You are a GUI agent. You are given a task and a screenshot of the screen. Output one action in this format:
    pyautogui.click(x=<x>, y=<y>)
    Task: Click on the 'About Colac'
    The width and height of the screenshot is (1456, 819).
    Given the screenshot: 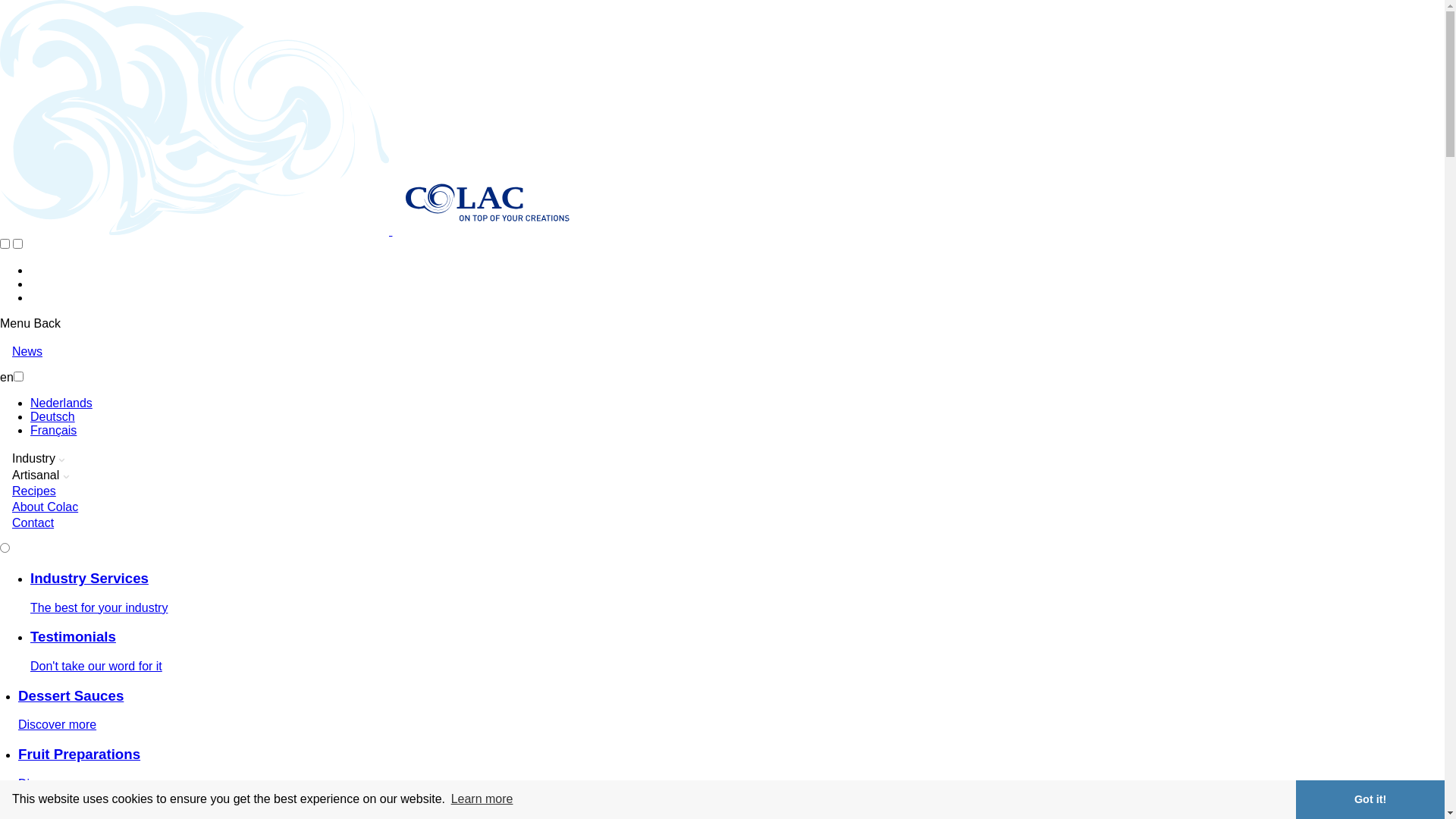 What is the action you would take?
    pyautogui.click(x=45, y=507)
    